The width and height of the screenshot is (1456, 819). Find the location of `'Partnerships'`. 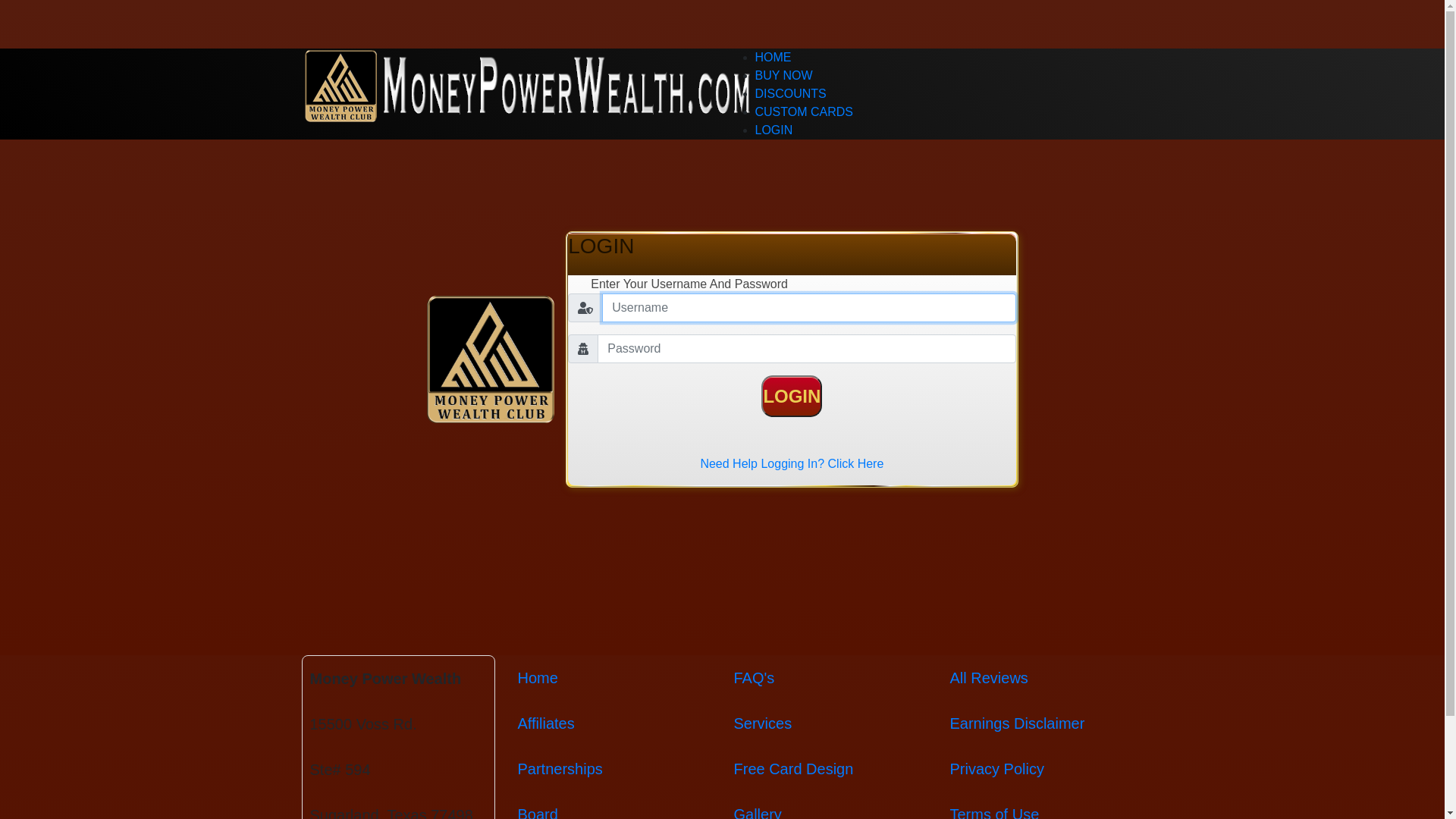

'Partnerships' is located at coordinates (559, 769).